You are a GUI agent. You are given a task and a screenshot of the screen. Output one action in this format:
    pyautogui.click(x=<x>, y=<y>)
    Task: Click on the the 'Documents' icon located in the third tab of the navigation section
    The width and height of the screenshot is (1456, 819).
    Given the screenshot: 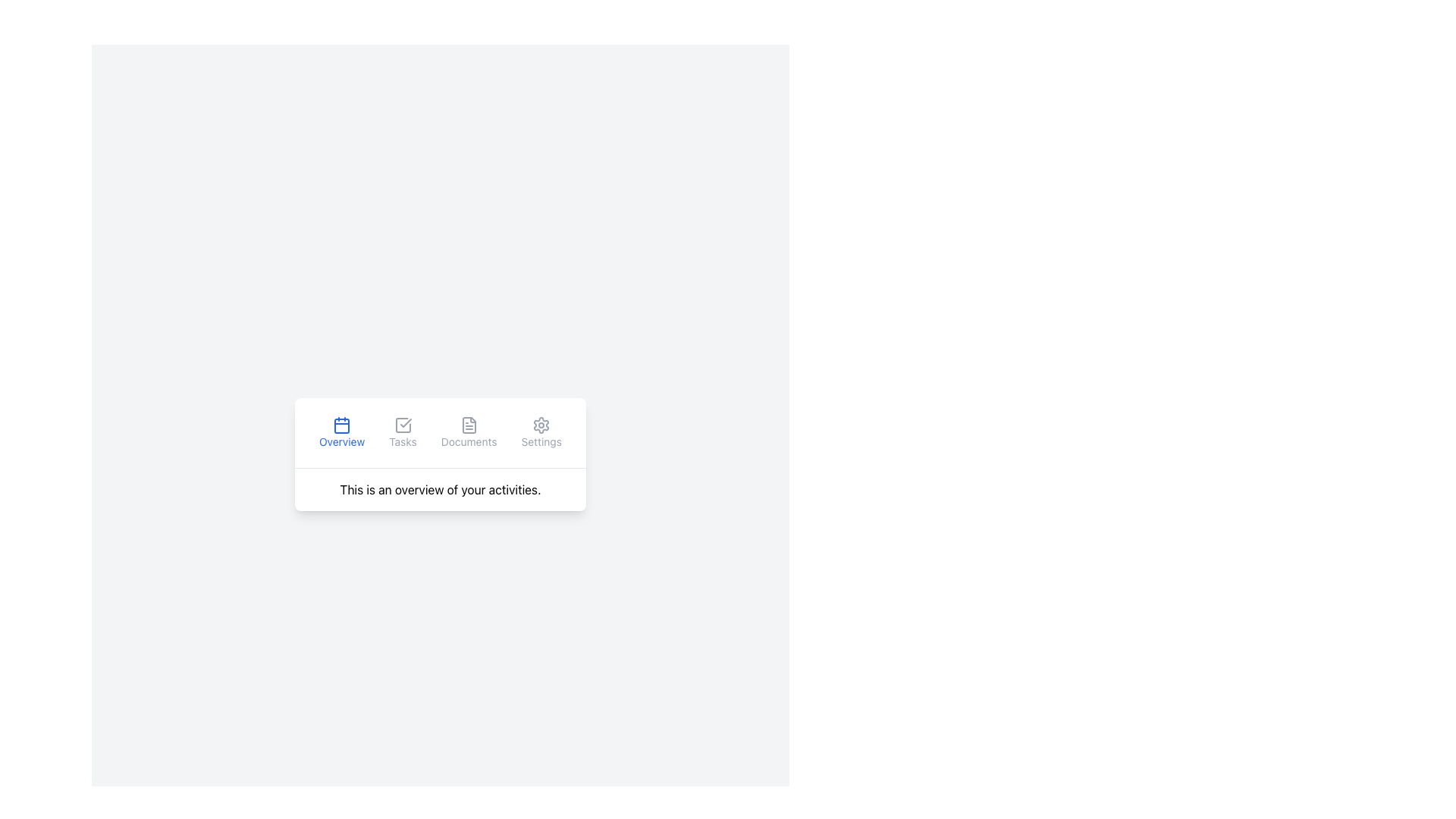 What is the action you would take?
    pyautogui.click(x=468, y=425)
    